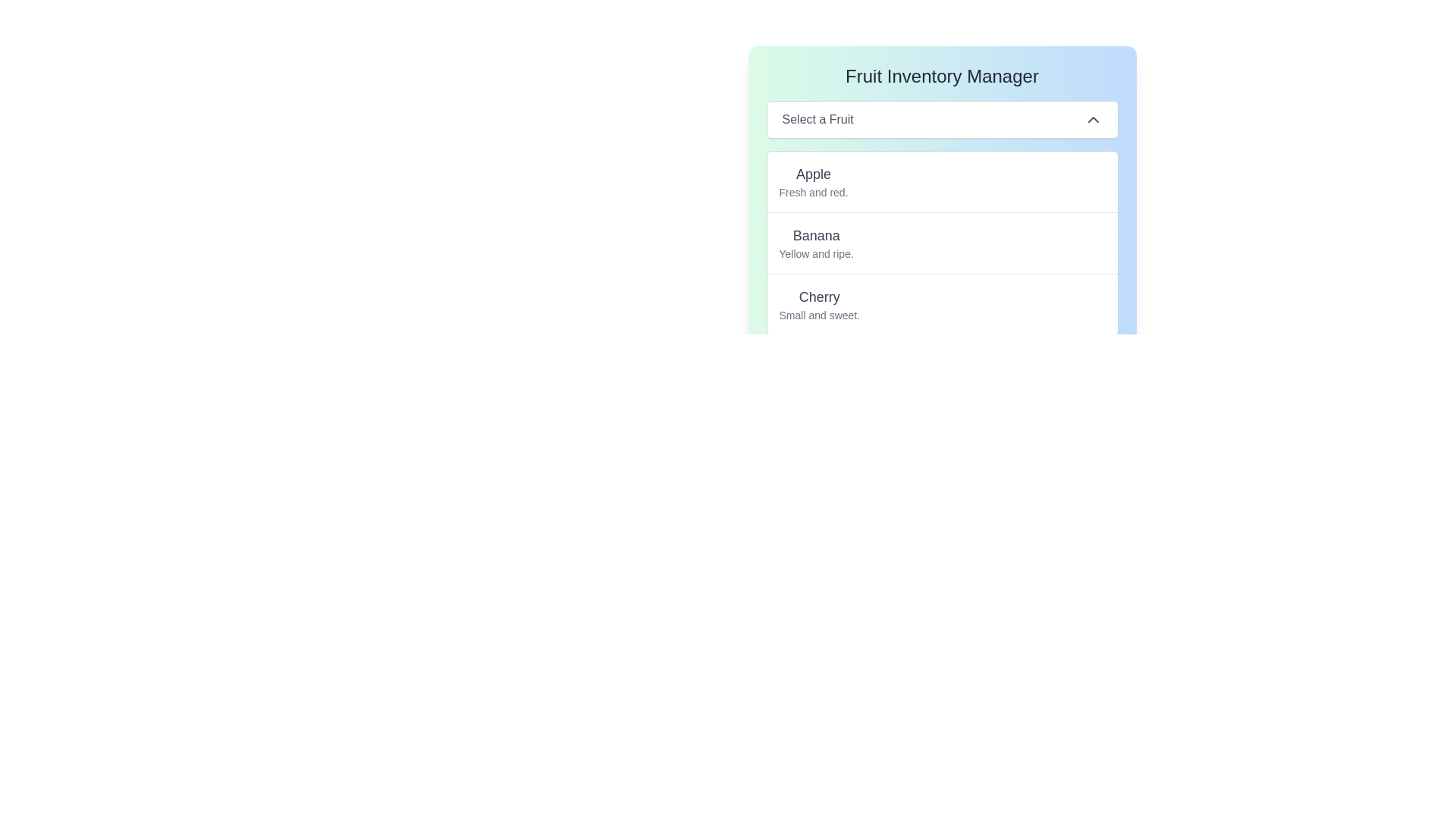 The height and width of the screenshot is (819, 1456). What do you see at coordinates (941, 180) in the screenshot?
I see `the text label identifying 'Apple' in the vertical list of fruits, positioned below the heading 'Select a Fruit.'` at bounding box center [941, 180].